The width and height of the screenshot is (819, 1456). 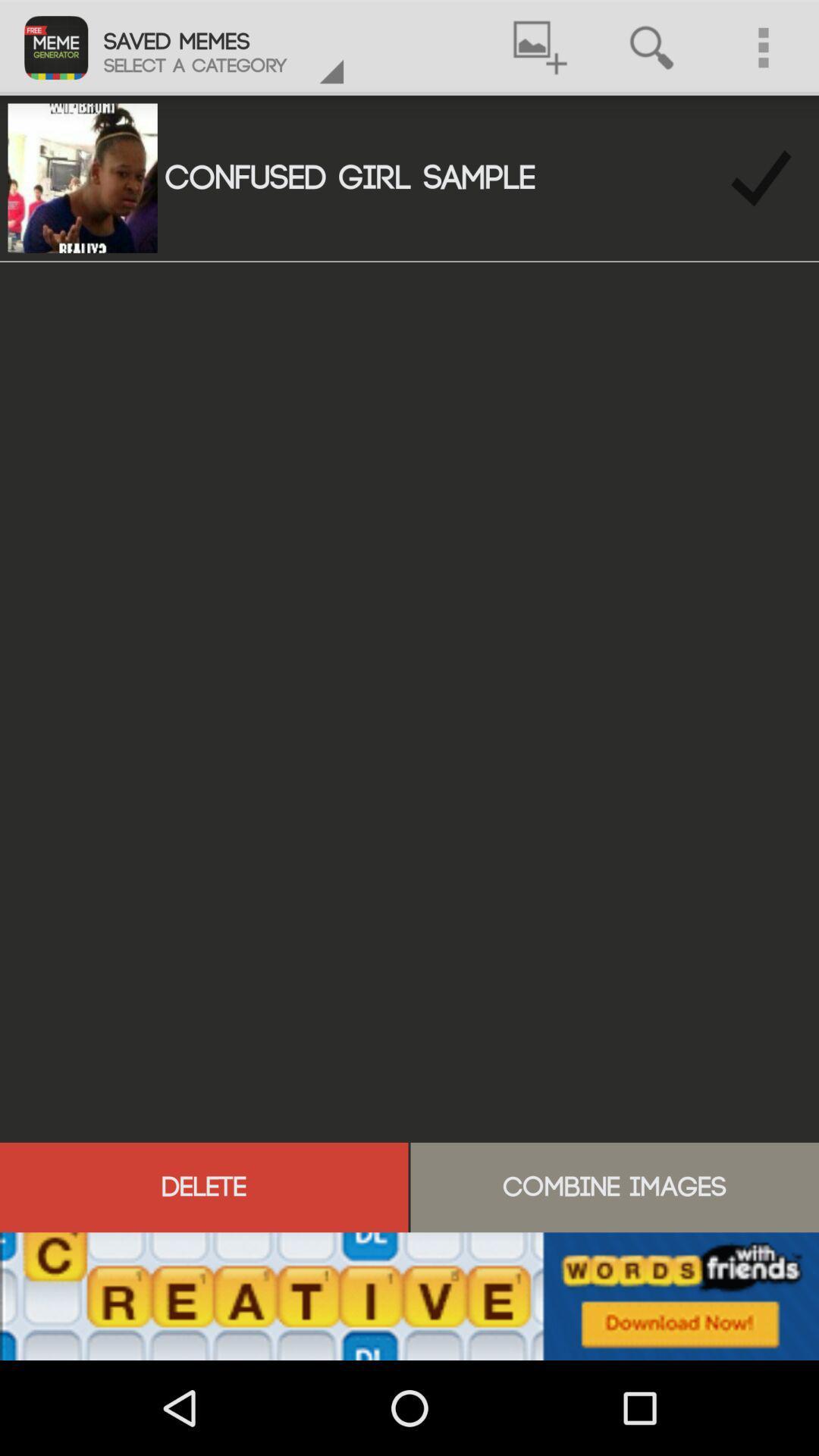 What do you see at coordinates (761, 178) in the screenshot?
I see `ok` at bounding box center [761, 178].